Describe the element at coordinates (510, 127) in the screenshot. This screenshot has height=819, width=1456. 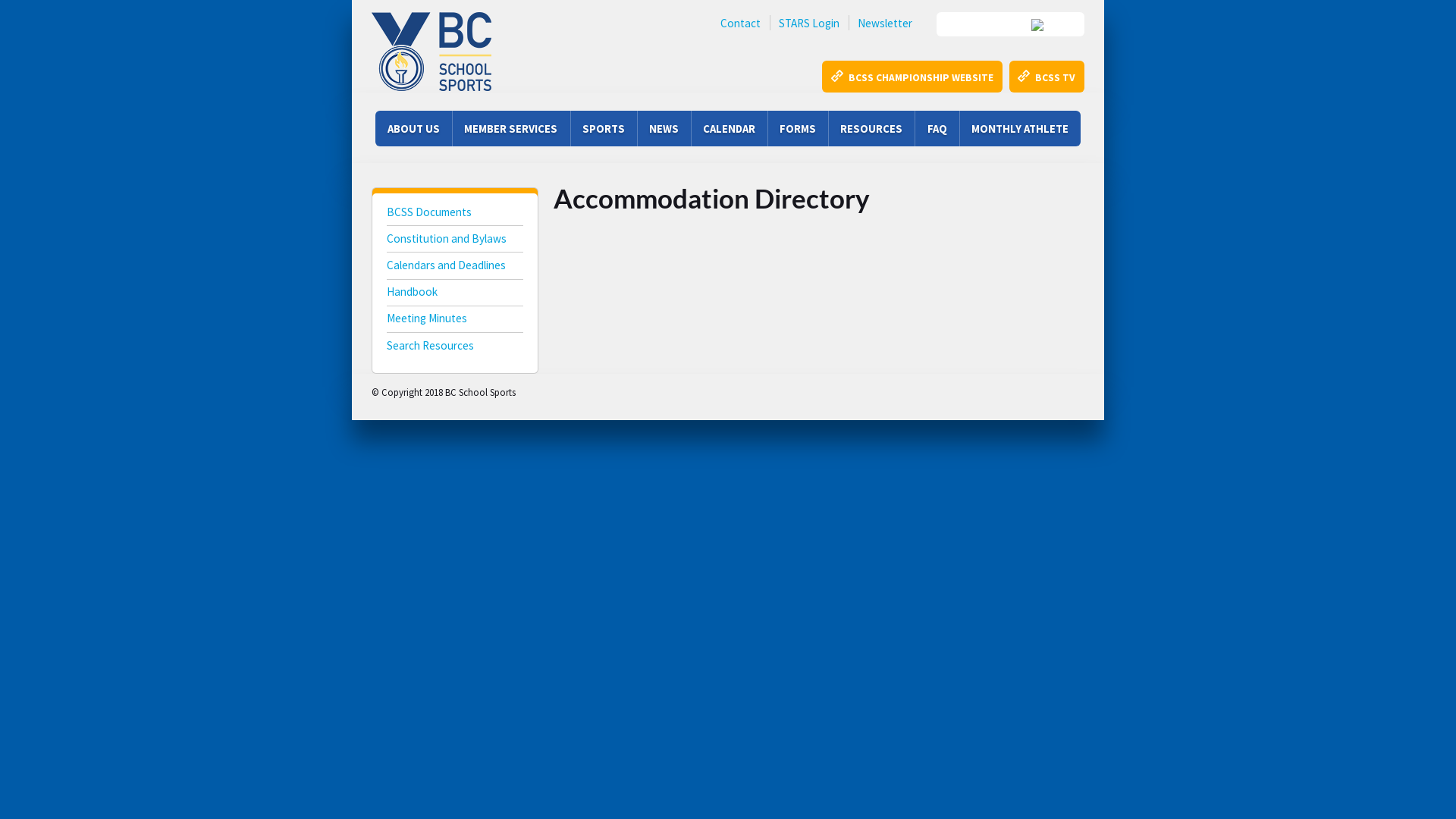
I see `'MEMBER SERVICES'` at that location.